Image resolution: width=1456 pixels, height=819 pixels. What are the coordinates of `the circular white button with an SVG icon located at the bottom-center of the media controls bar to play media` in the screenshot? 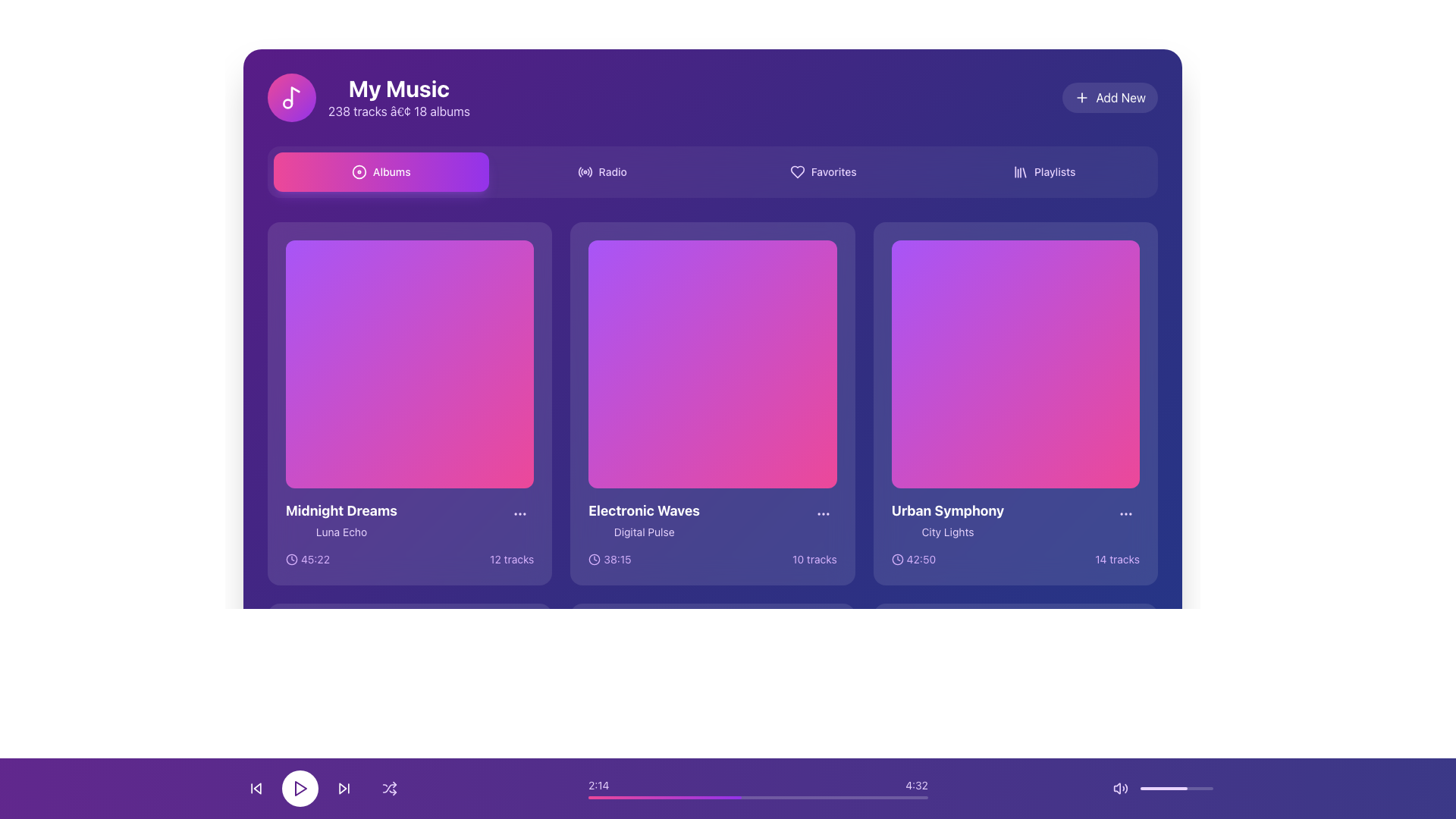 It's located at (300, 788).